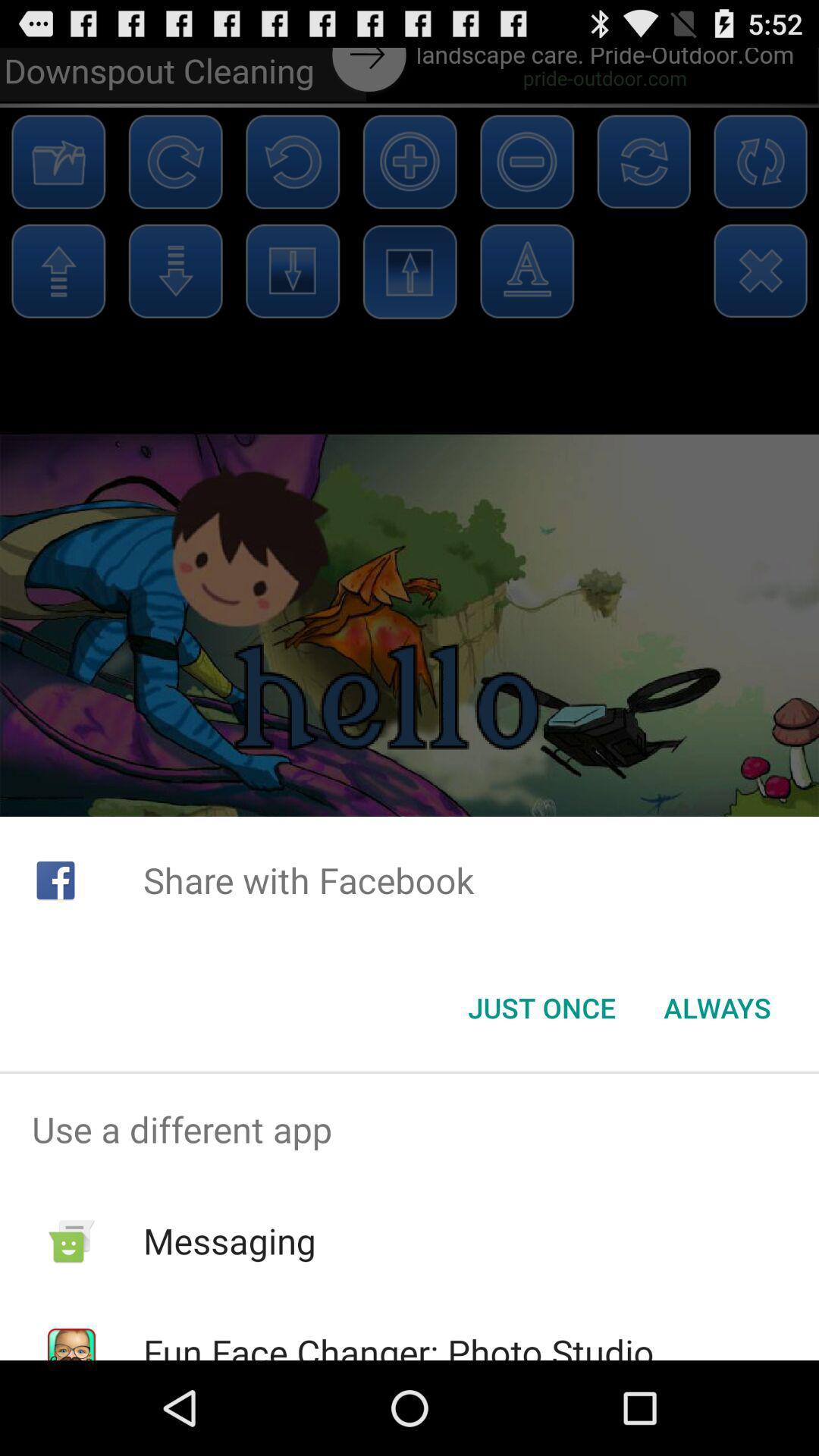 This screenshot has height=1456, width=819. I want to click on messaging, so click(230, 1241).